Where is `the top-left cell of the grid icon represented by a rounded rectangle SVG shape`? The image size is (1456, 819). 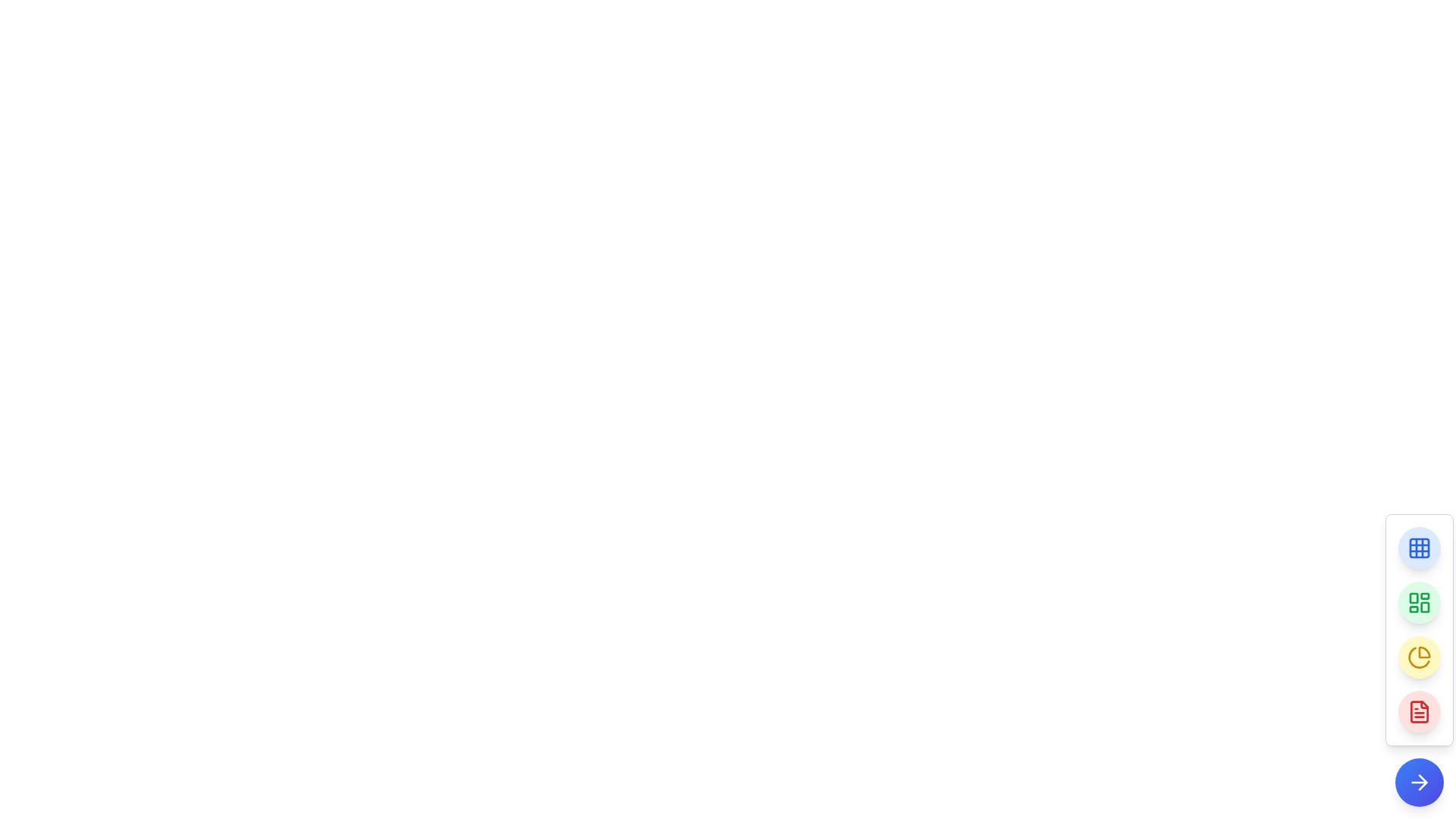 the top-left cell of the grid icon represented by a rounded rectangle SVG shape is located at coordinates (1419, 548).